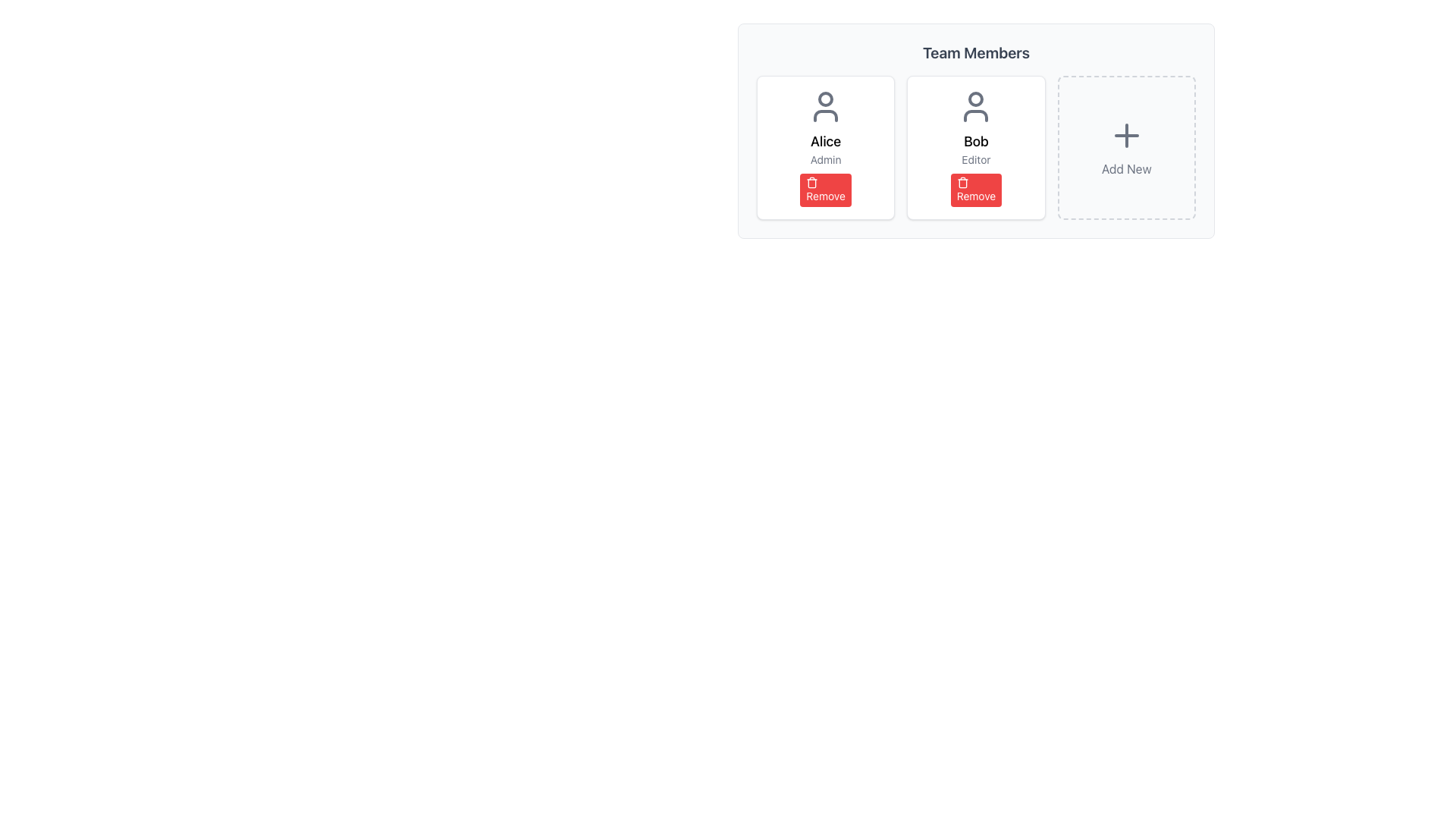  What do you see at coordinates (976, 160) in the screenshot?
I see `the text label displaying 'Editor', which is styled with a smaller font size and gray color, located beneath the name 'Bob' in the center card of the 'Team Members' section` at bounding box center [976, 160].